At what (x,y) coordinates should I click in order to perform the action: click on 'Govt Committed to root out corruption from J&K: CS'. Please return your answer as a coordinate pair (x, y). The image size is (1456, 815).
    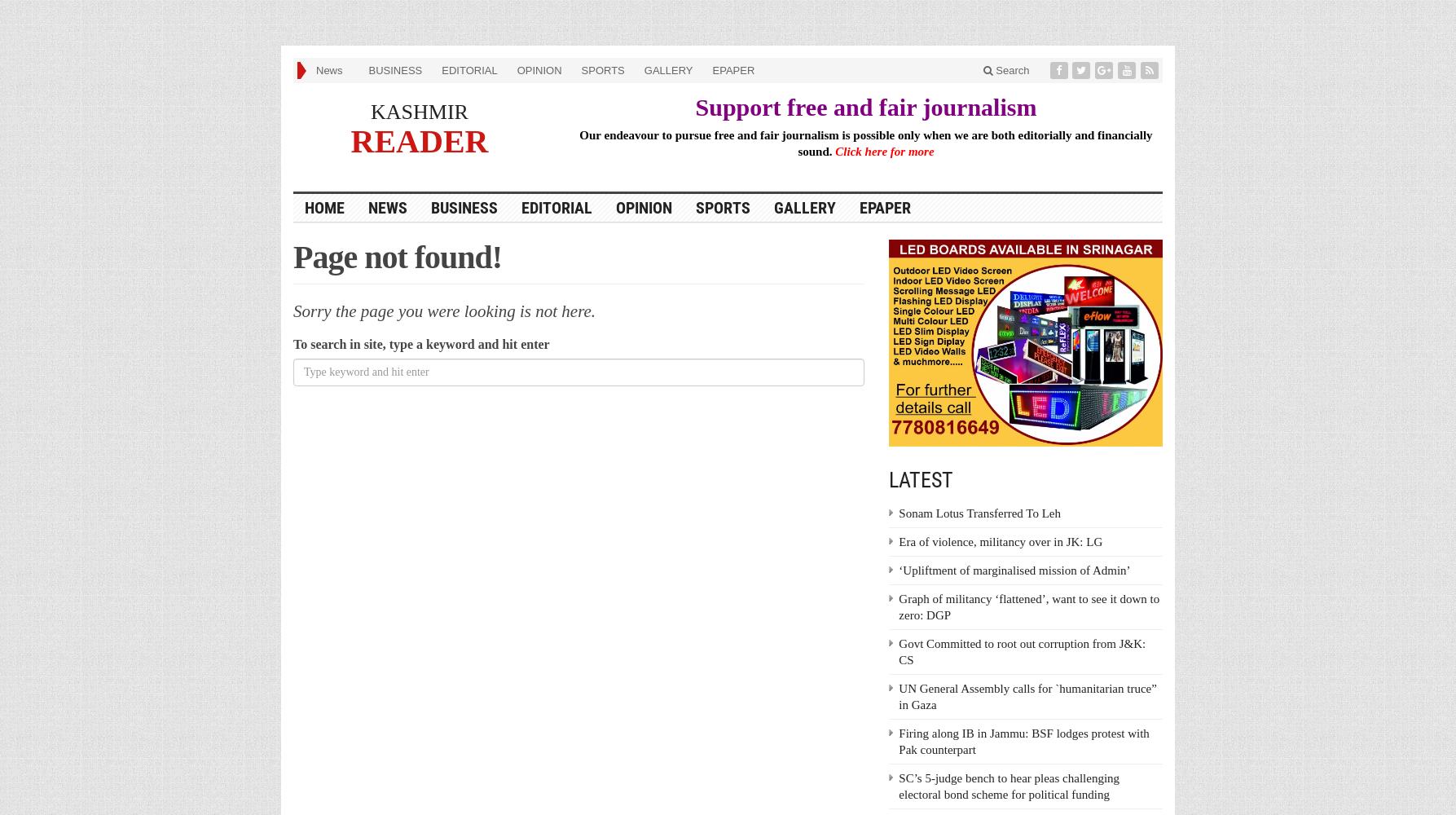
    Looking at the image, I should click on (1021, 652).